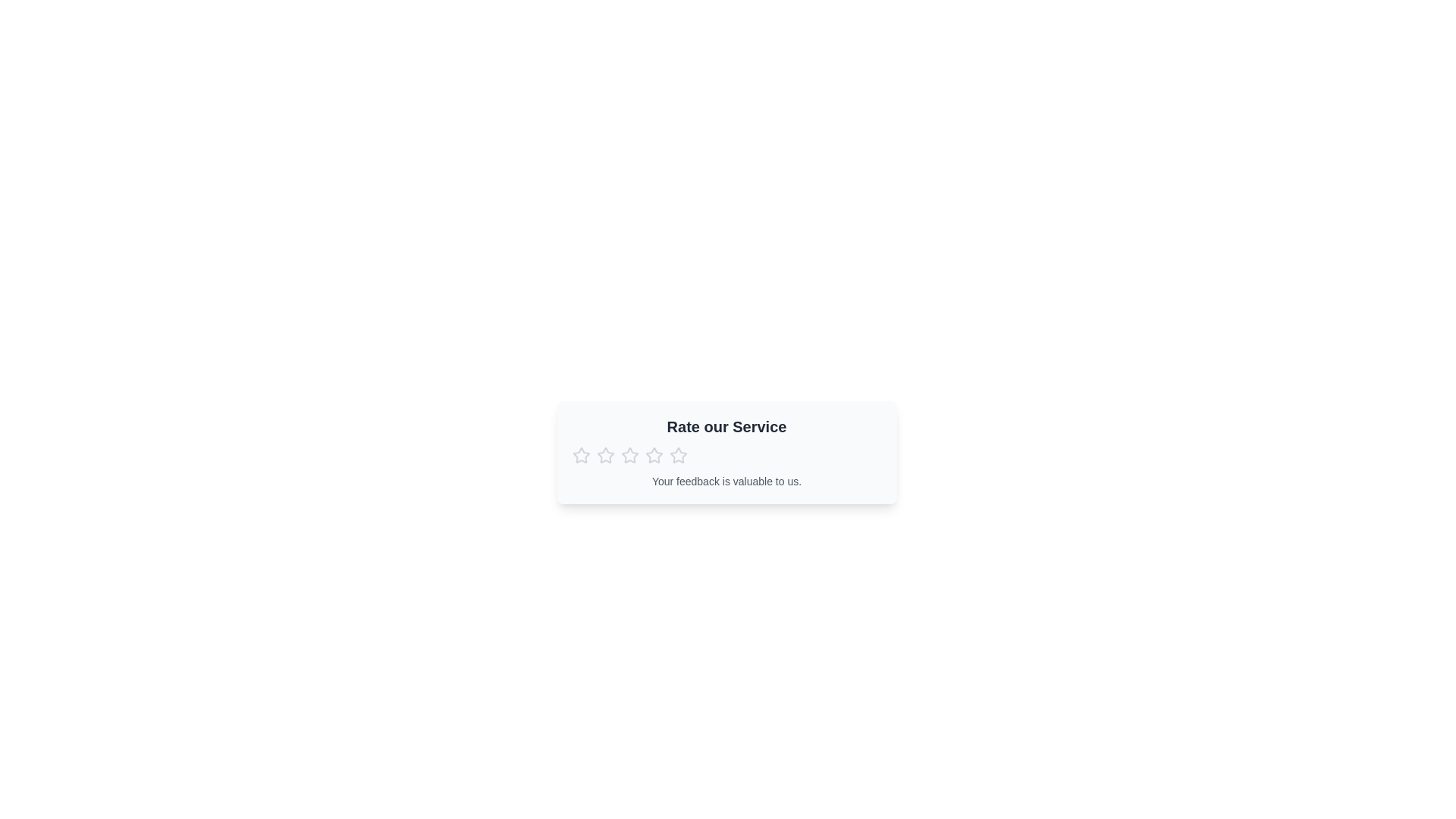 The image size is (1456, 819). What do you see at coordinates (580, 455) in the screenshot?
I see `the star-shaped icon, which is the first star in a horizontal series of five stars, to rate the service under the heading 'Rate our Service'` at bounding box center [580, 455].